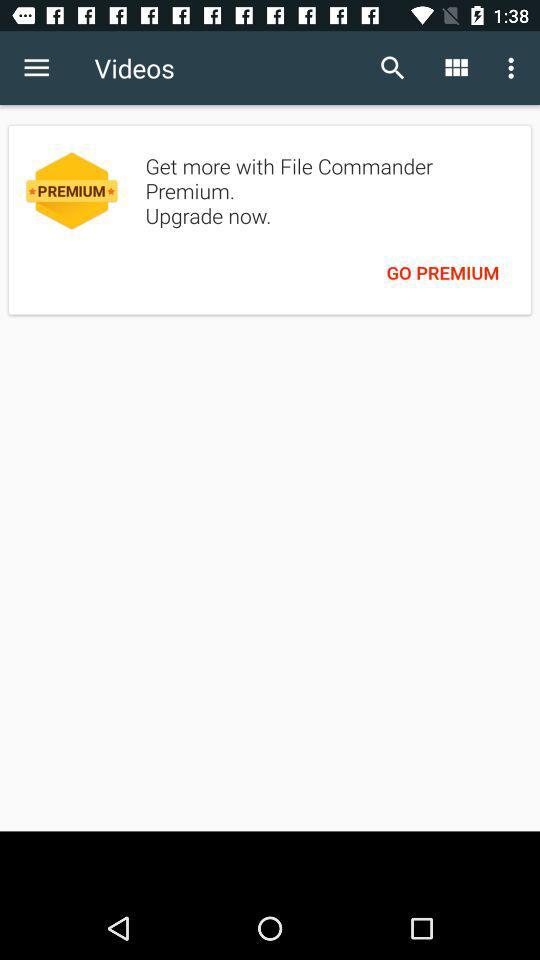 Image resolution: width=540 pixels, height=960 pixels. Describe the element at coordinates (393, 68) in the screenshot. I see `the item next to the videos item` at that location.